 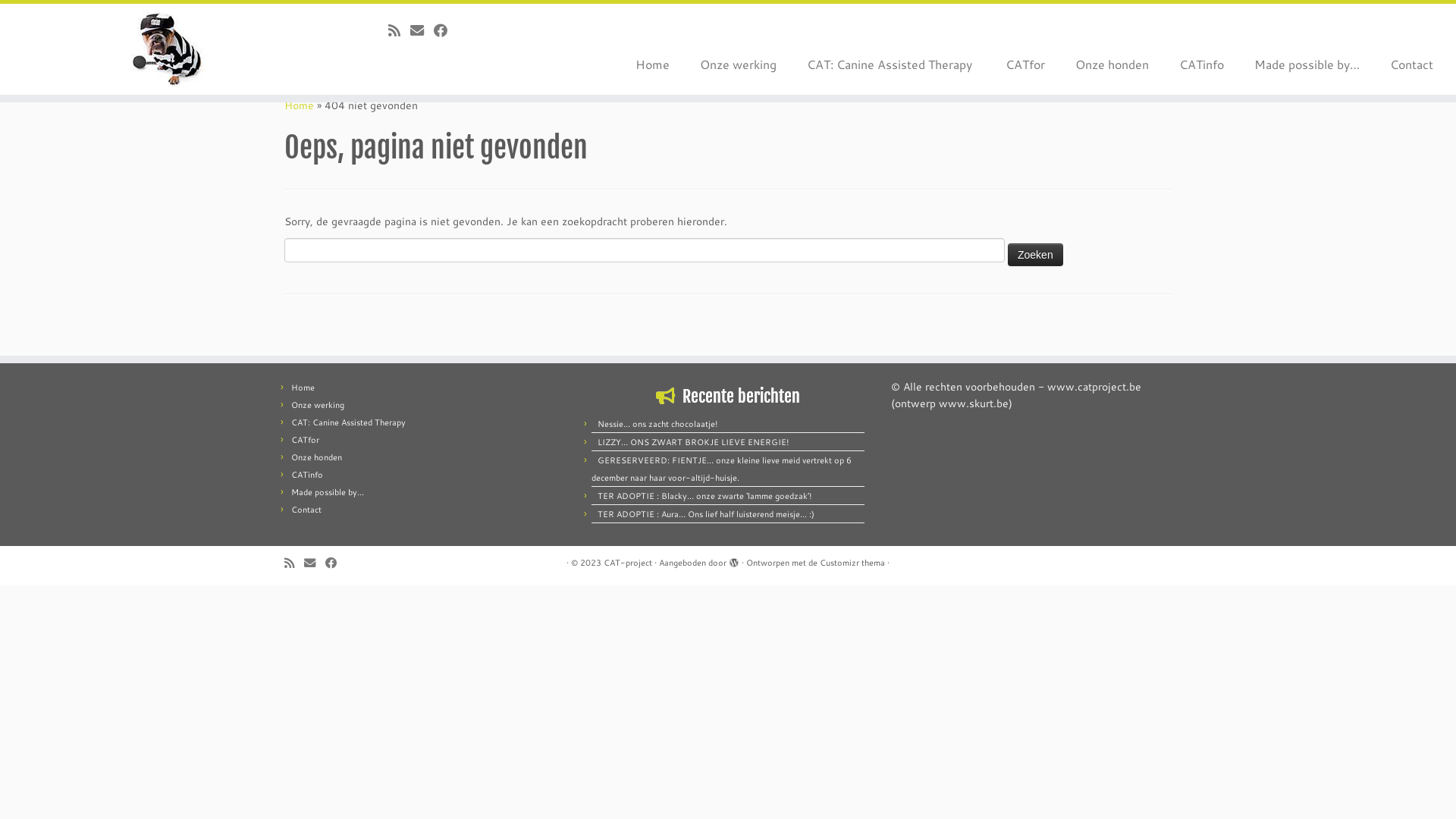 What do you see at coordinates (738, 63) in the screenshot?
I see `'Onze werking'` at bounding box center [738, 63].